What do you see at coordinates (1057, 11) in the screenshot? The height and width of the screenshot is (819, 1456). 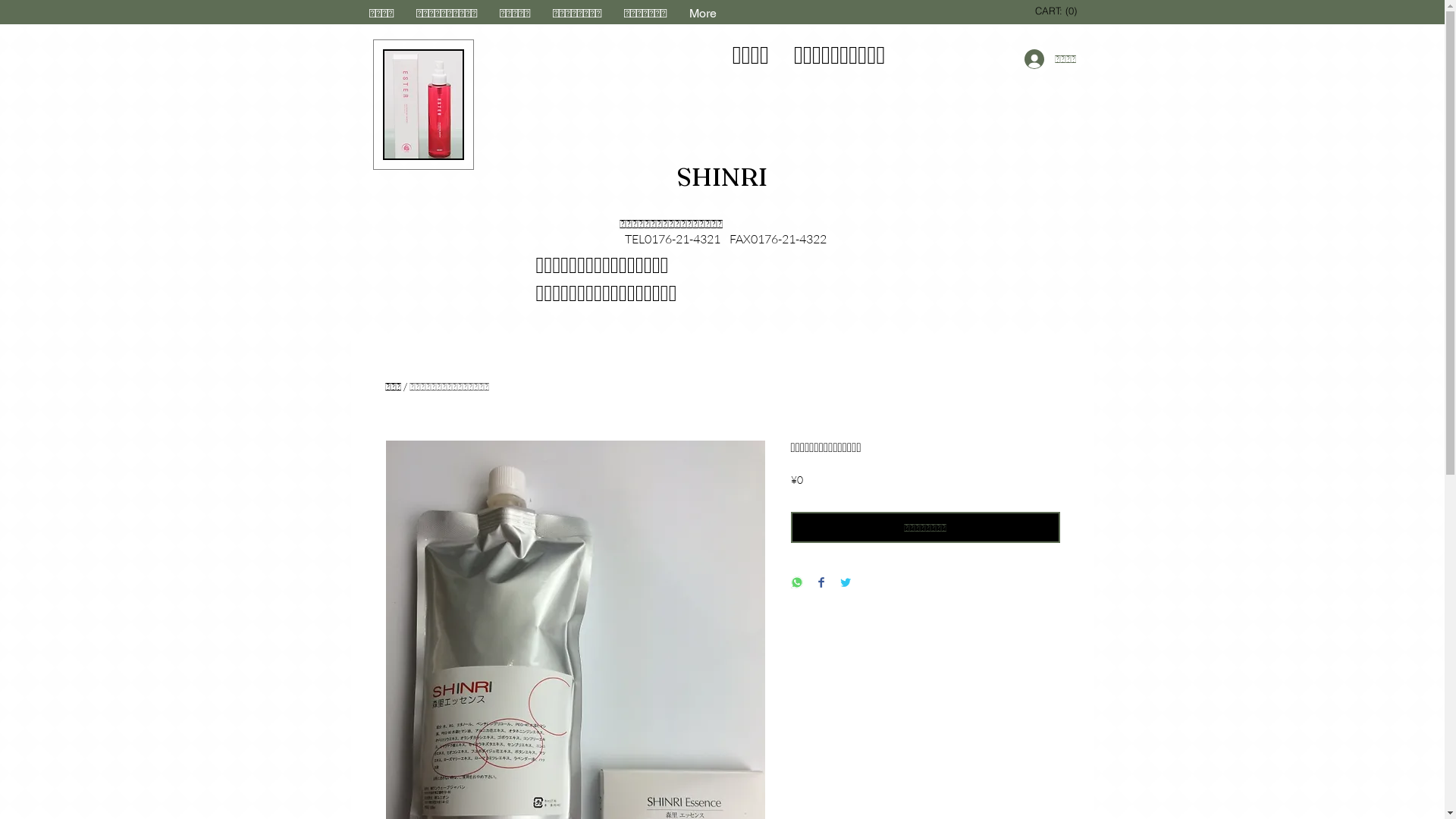 I see `'CART: (0)'` at bounding box center [1057, 11].